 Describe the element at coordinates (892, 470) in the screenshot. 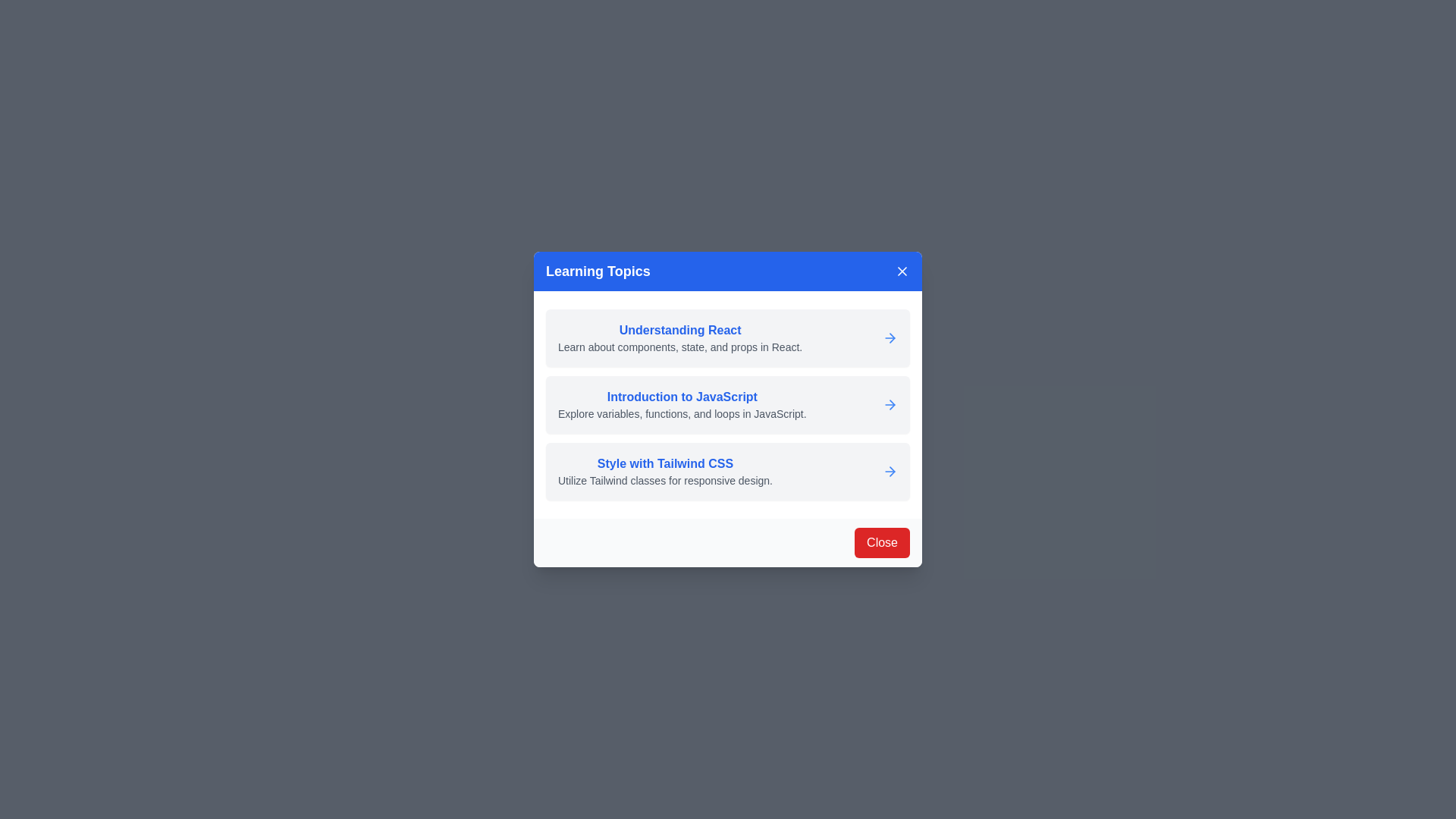

I see `the arrow-shaped icon located in the rightmost part of the third item in the 'Learning Topics' modal` at that location.